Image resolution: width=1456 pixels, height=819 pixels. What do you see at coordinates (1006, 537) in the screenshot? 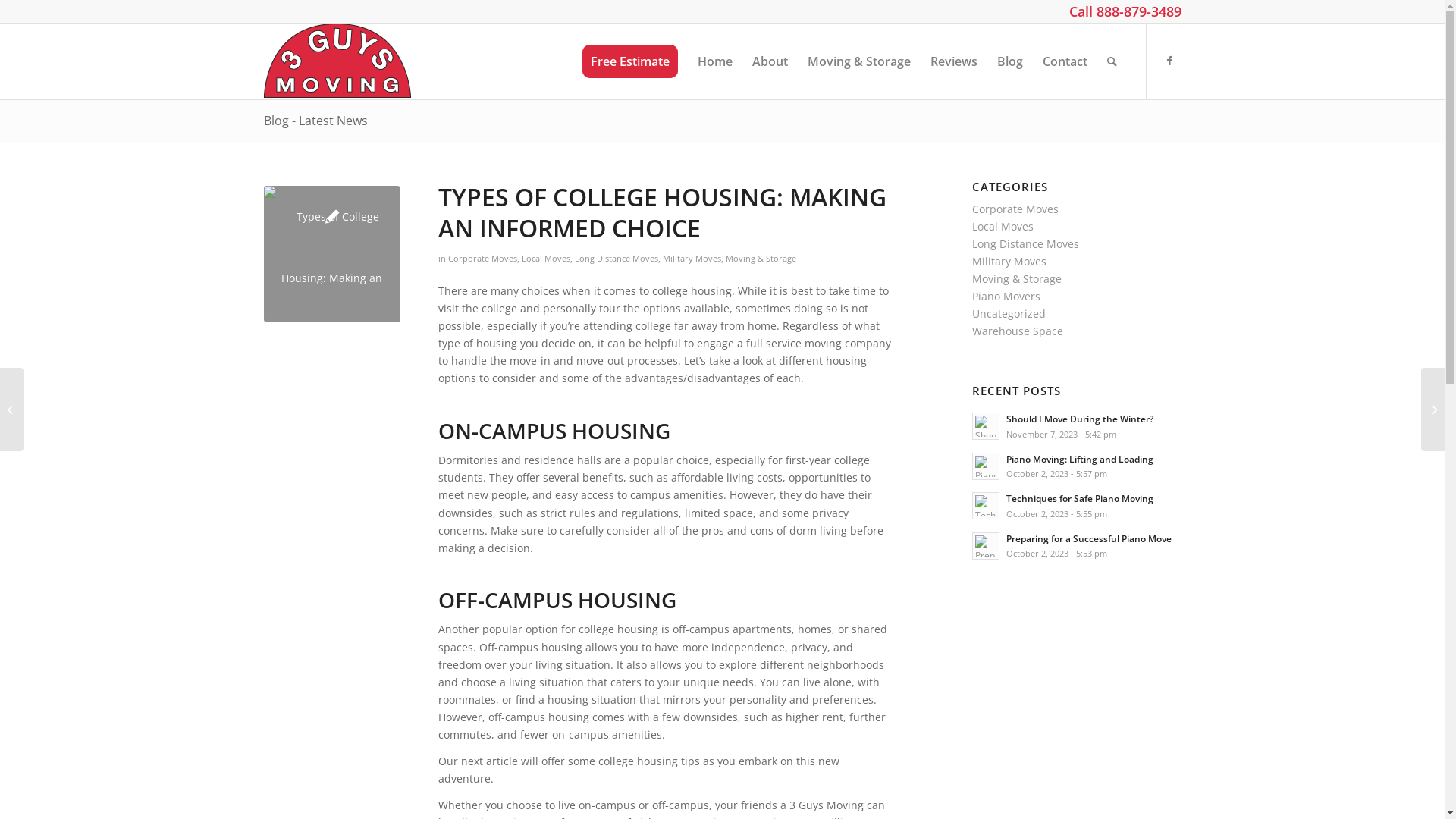
I see `'Preparing for a Successful Piano Move'` at bounding box center [1006, 537].